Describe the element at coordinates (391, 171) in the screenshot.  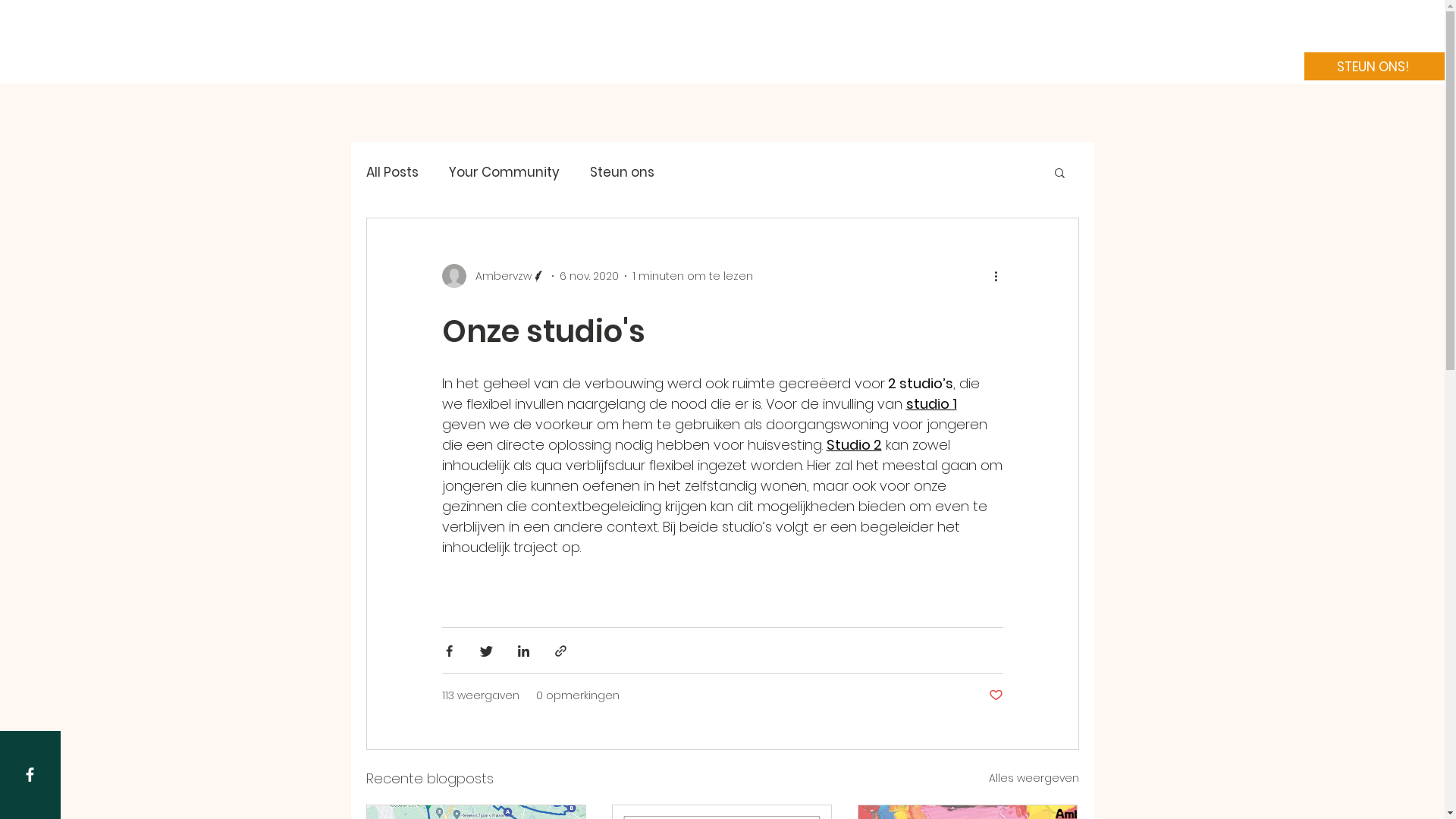
I see `'All Posts'` at that location.